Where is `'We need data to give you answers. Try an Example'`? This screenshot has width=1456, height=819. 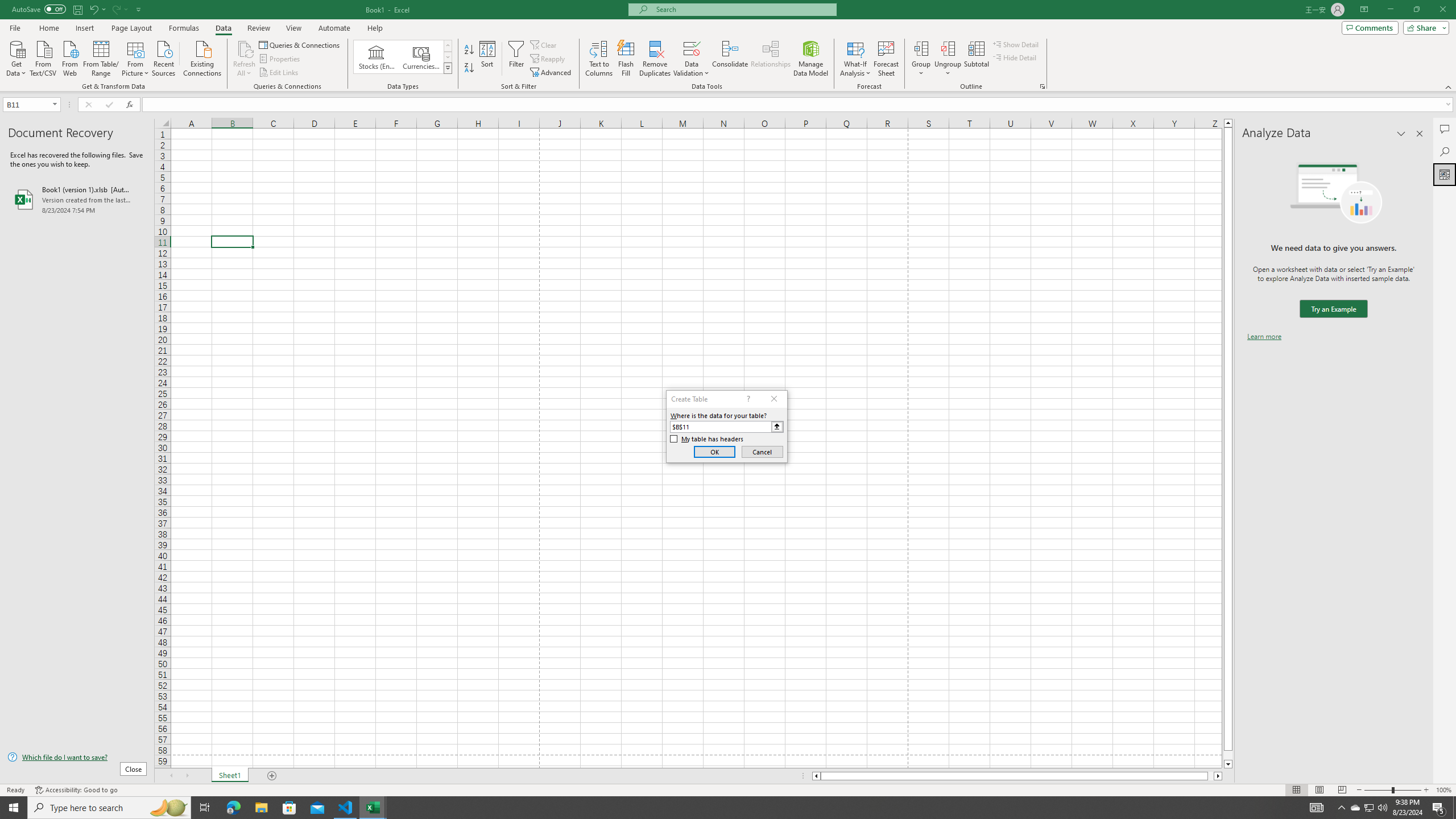
'We need data to give you answers. Try an Example' is located at coordinates (1333, 309).